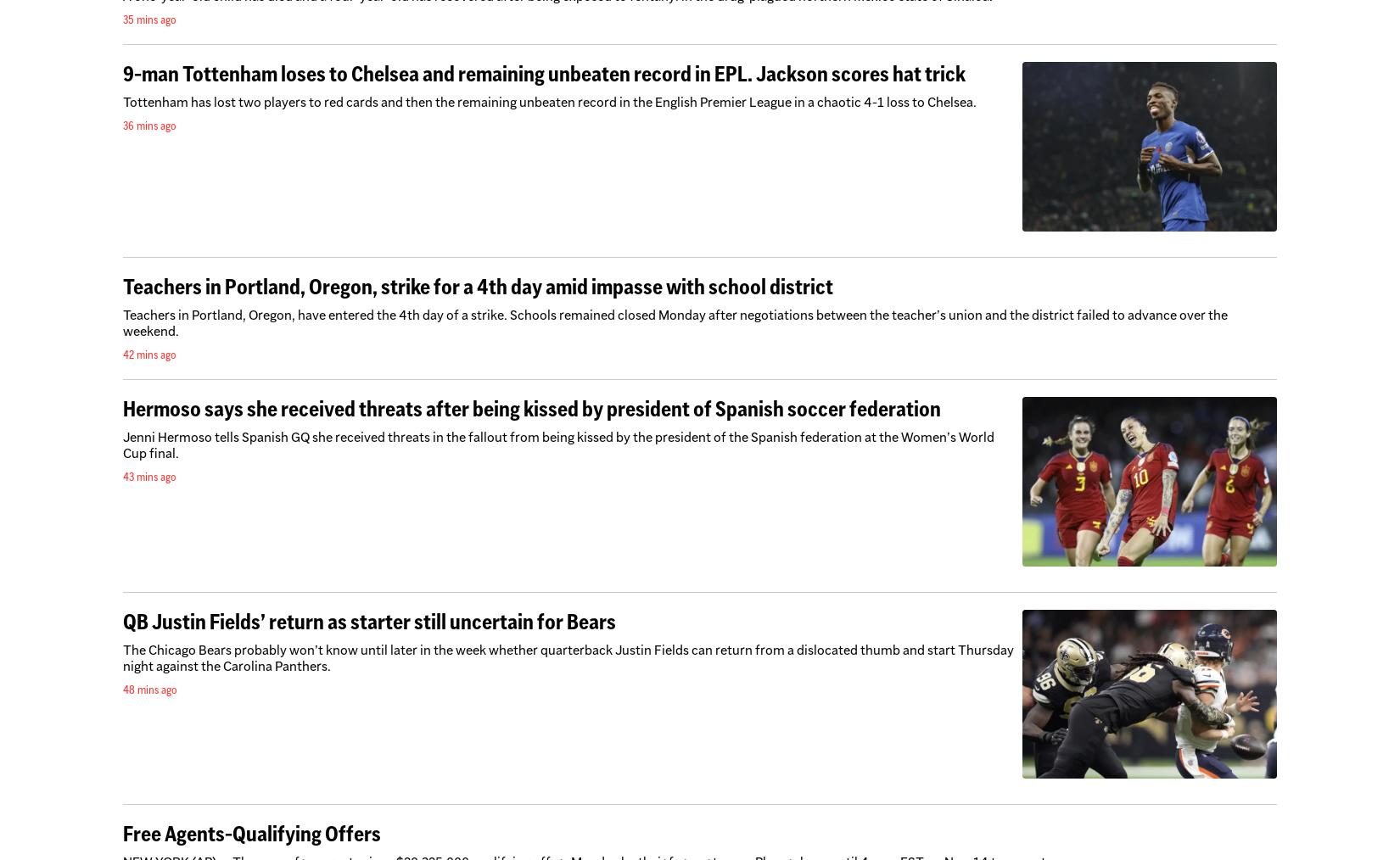  I want to click on 'QB Justin Fields’ return as starter still uncertain for Bears', so click(368, 620).